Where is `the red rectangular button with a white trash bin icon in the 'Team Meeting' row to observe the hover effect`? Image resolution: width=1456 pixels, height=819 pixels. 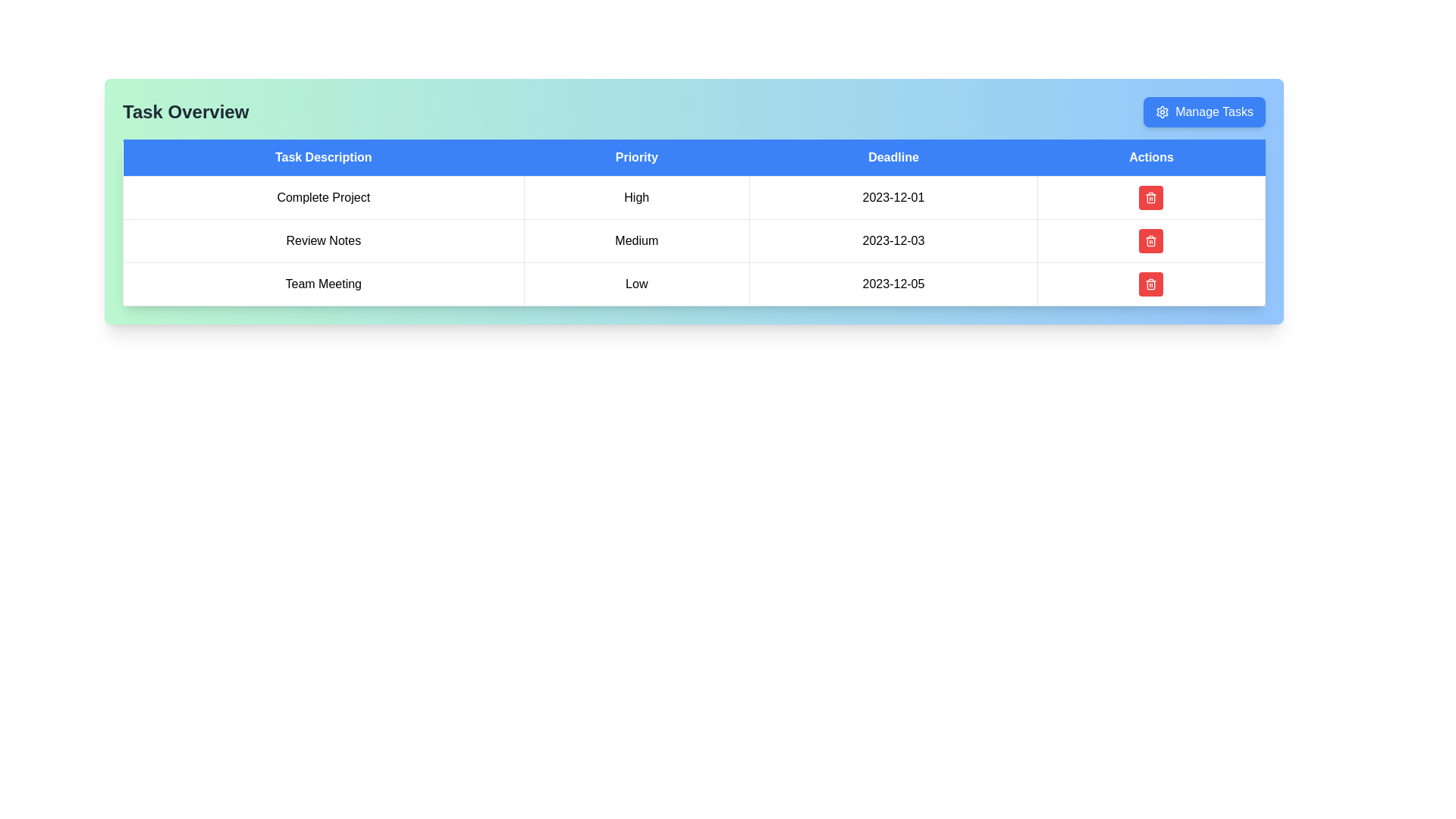
the red rectangular button with a white trash bin icon in the 'Team Meeting' row to observe the hover effect is located at coordinates (1151, 284).